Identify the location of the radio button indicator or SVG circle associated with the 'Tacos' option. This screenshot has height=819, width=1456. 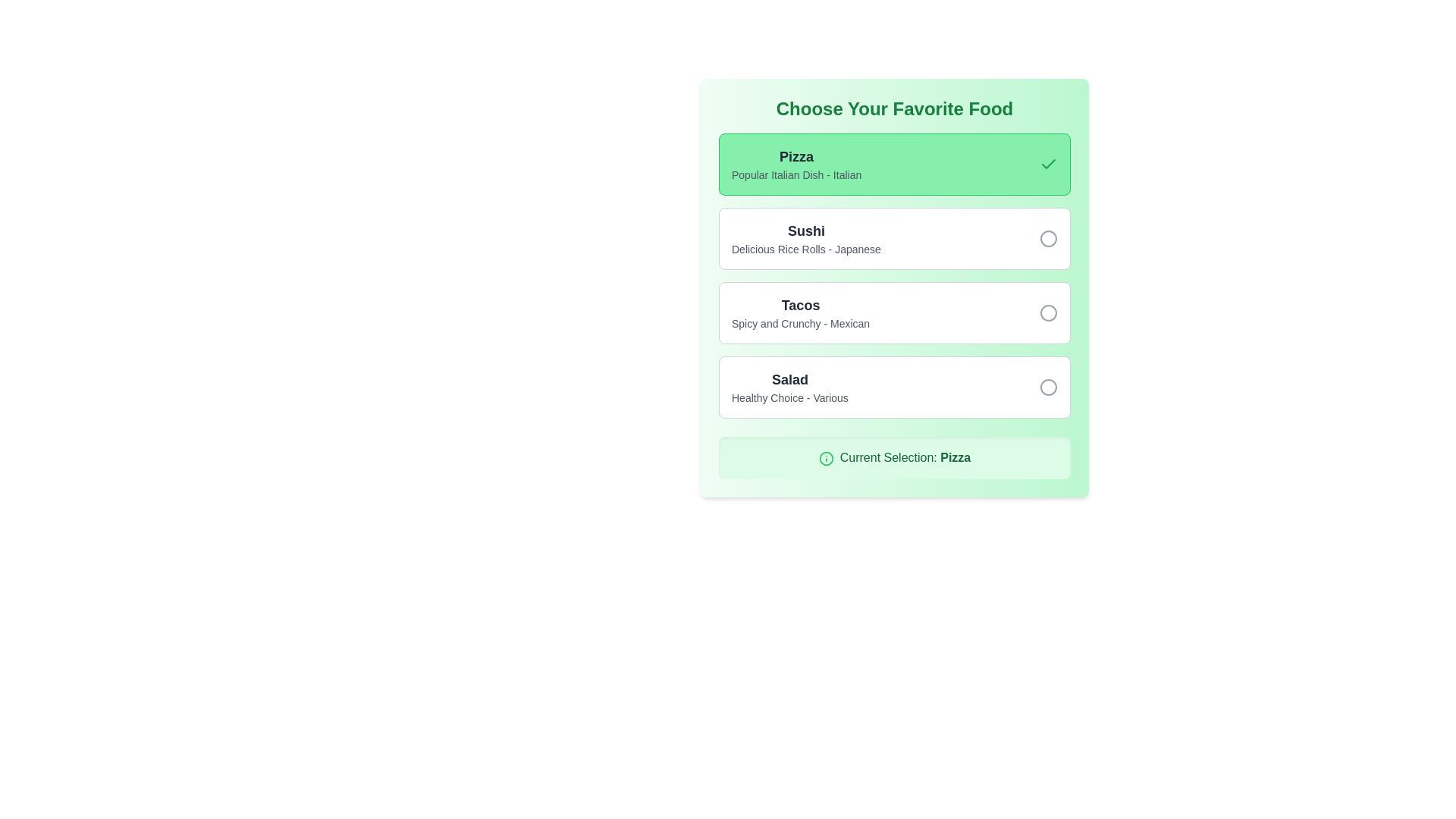
(1047, 312).